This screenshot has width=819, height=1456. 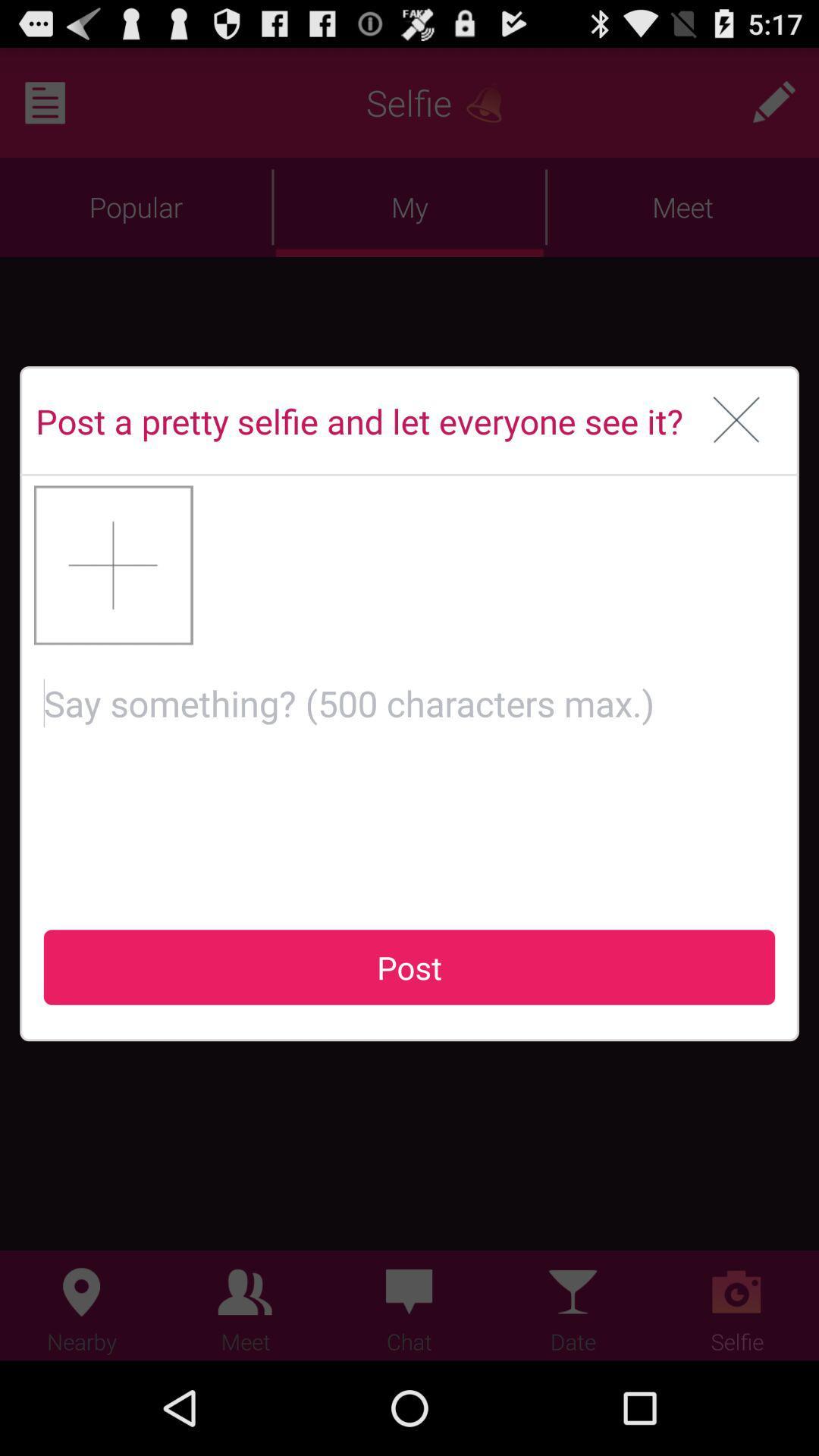 I want to click on photo, so click(x=113, y=564).